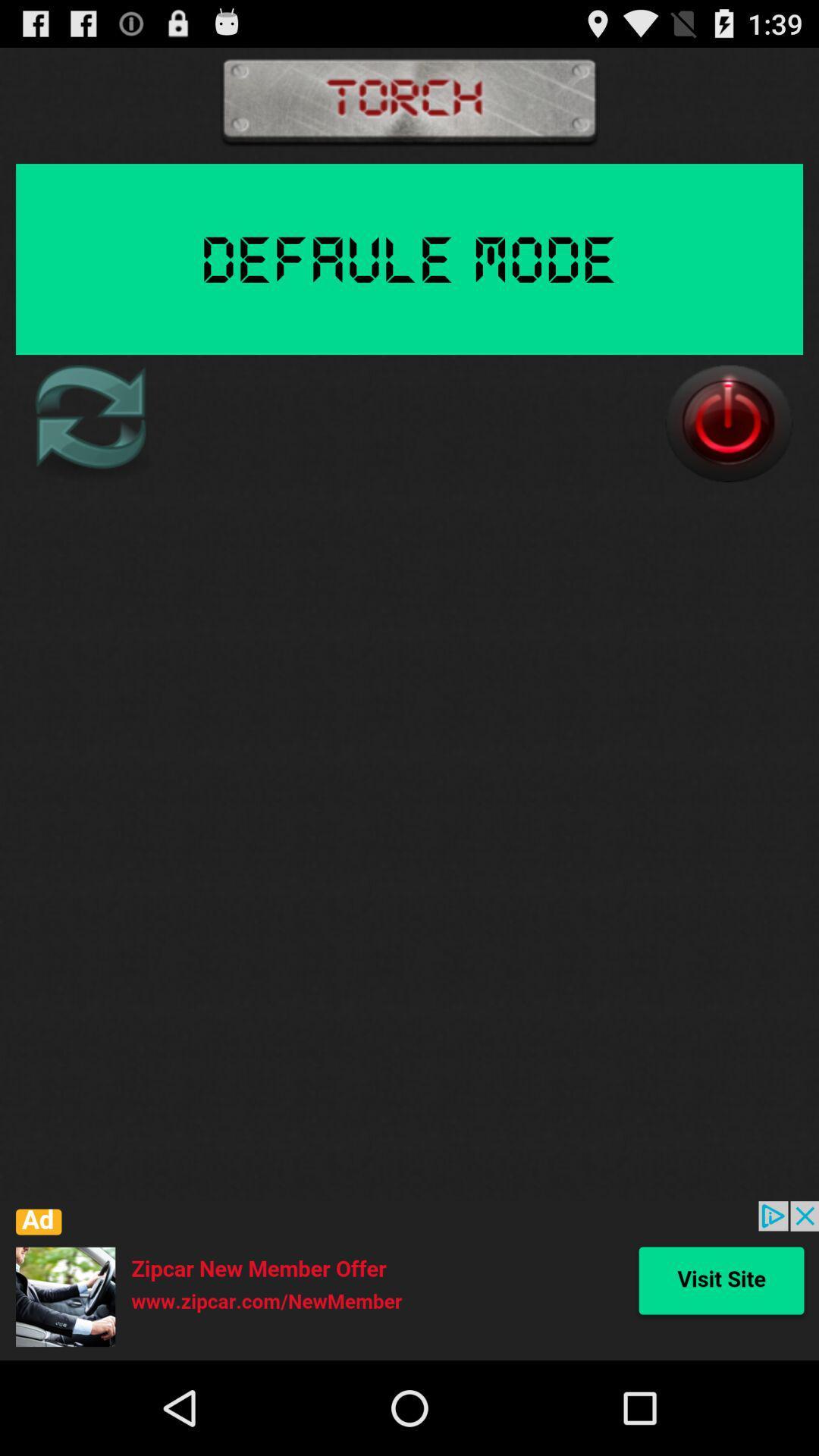 The width and height of the screenshot is (819, 1456). What do you see at coordinates (409, 1280) in the screenshot?
I see `the advertisement page` at bounding box center [409, 1280].